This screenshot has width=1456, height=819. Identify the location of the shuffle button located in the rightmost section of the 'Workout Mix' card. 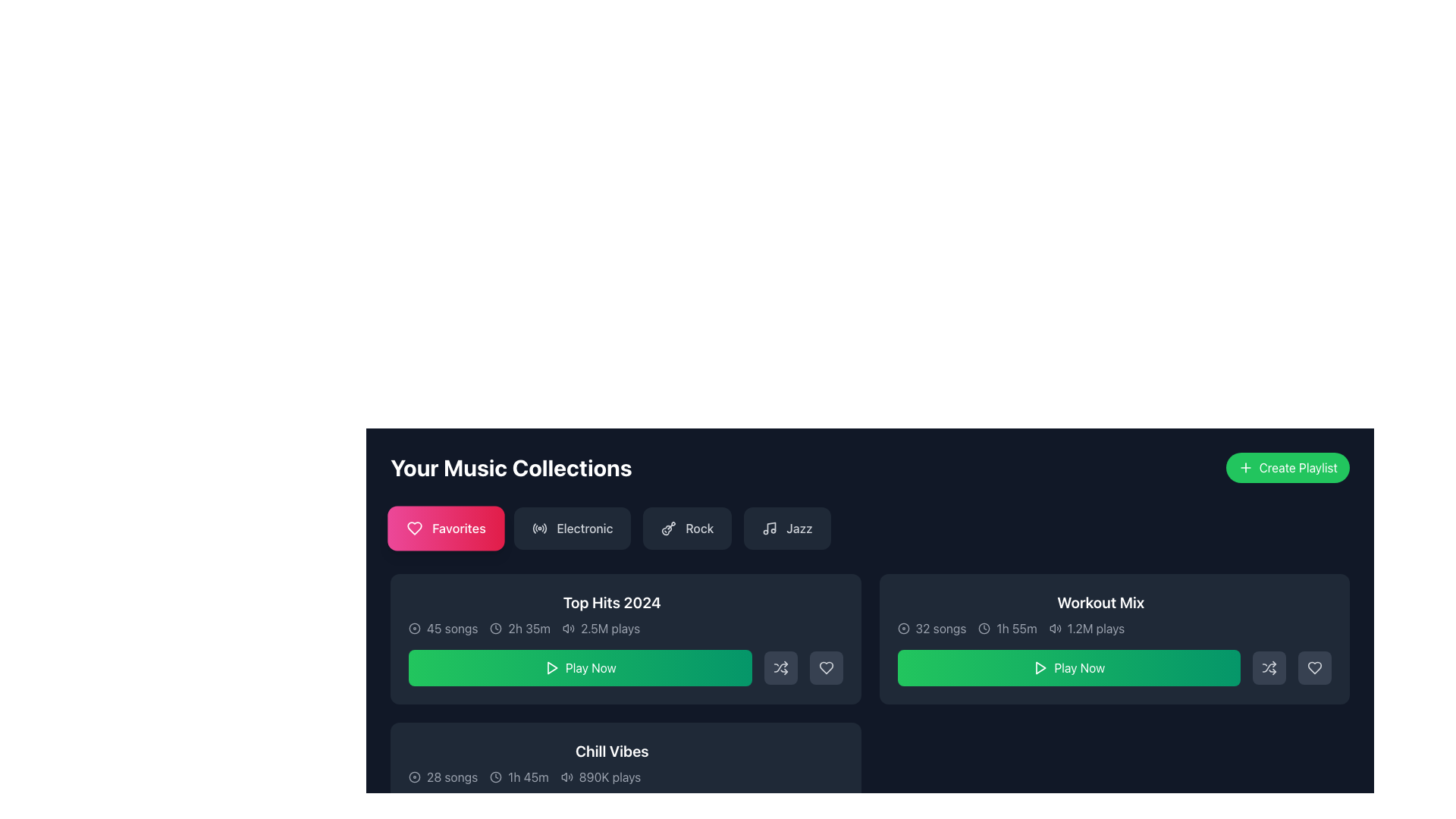
(1269, 667).